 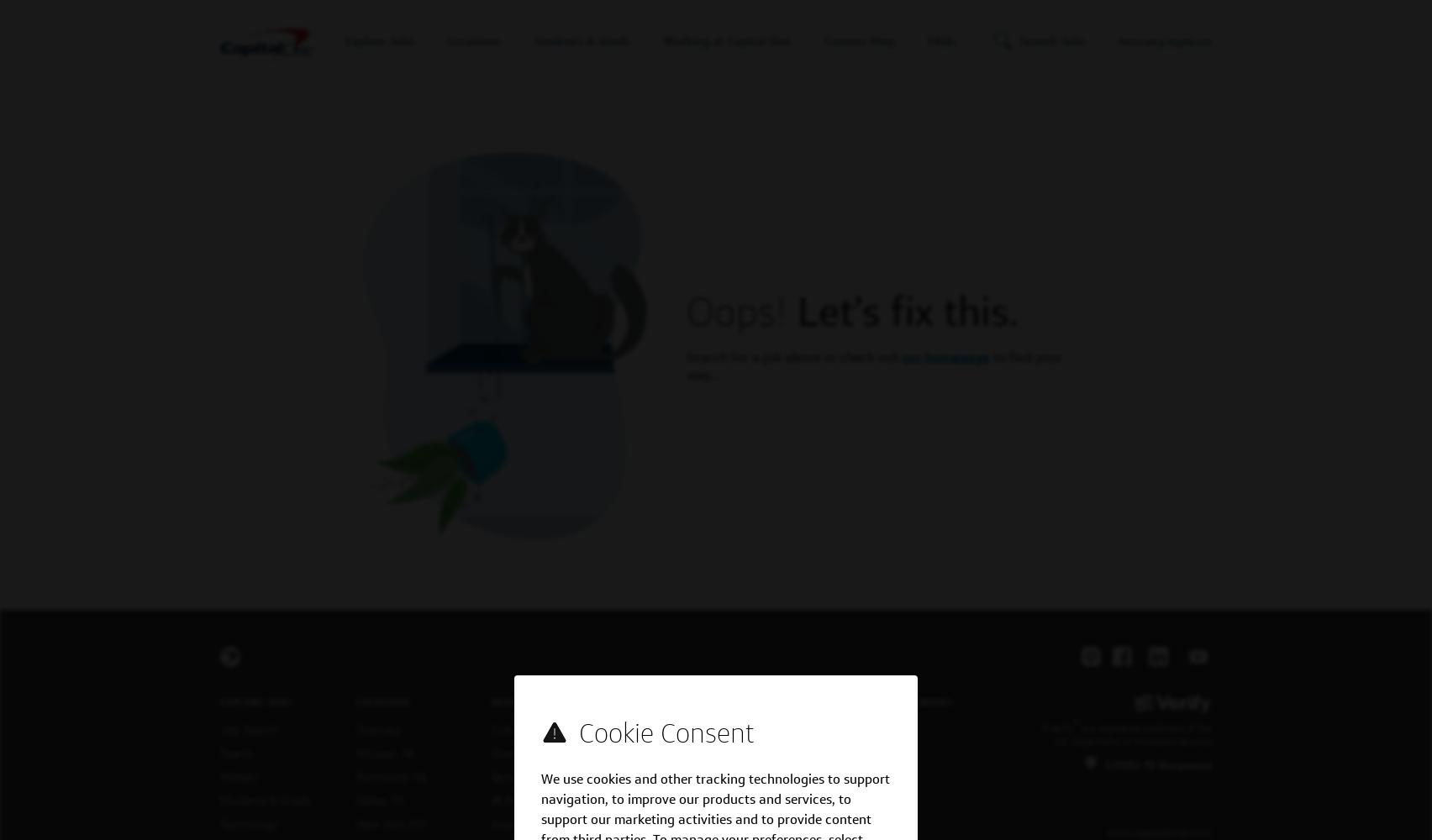 I want to click on 'Teams', so click(x=234, y=753).